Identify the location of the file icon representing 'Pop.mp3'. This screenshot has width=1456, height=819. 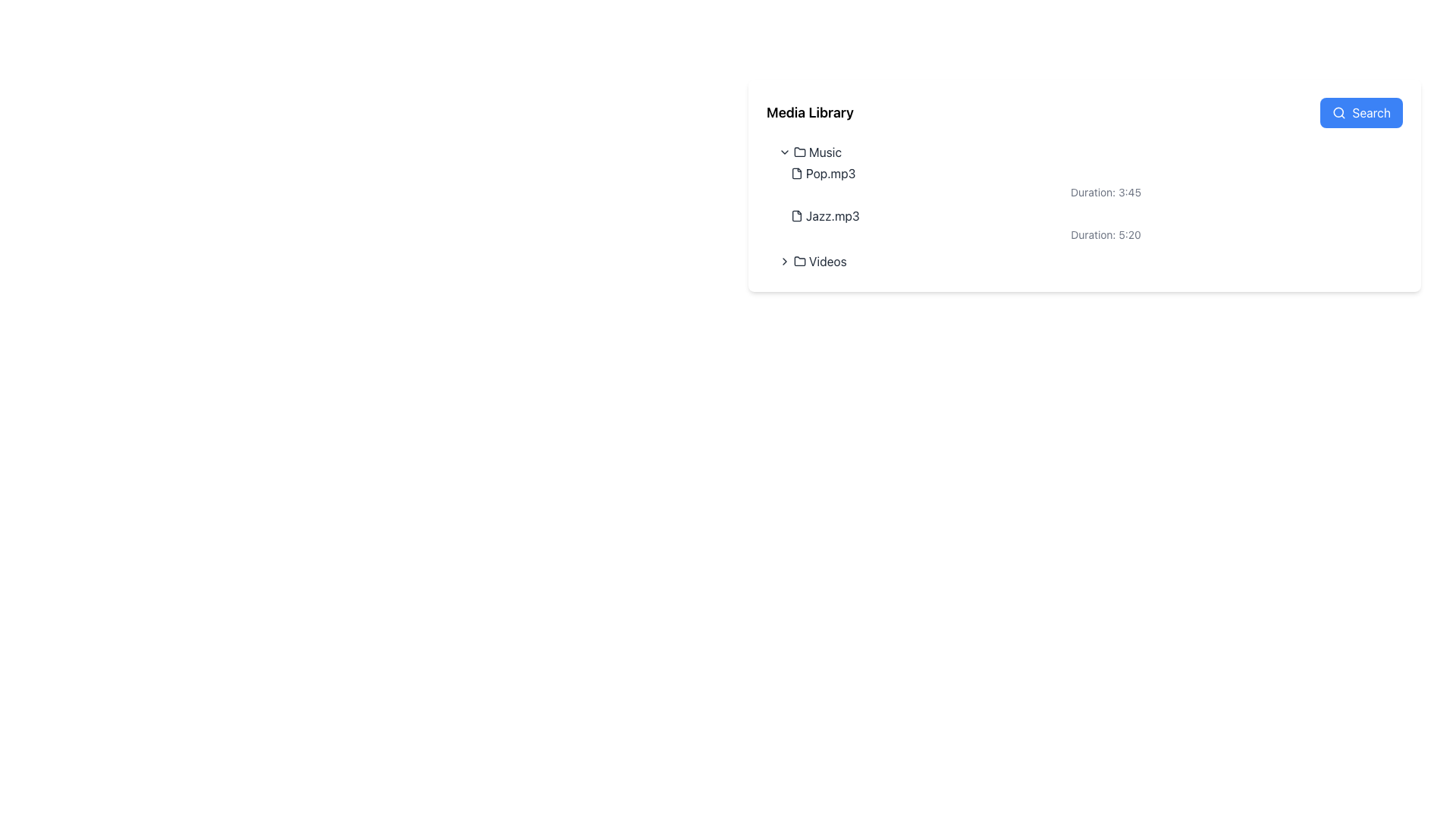
(796, 172).